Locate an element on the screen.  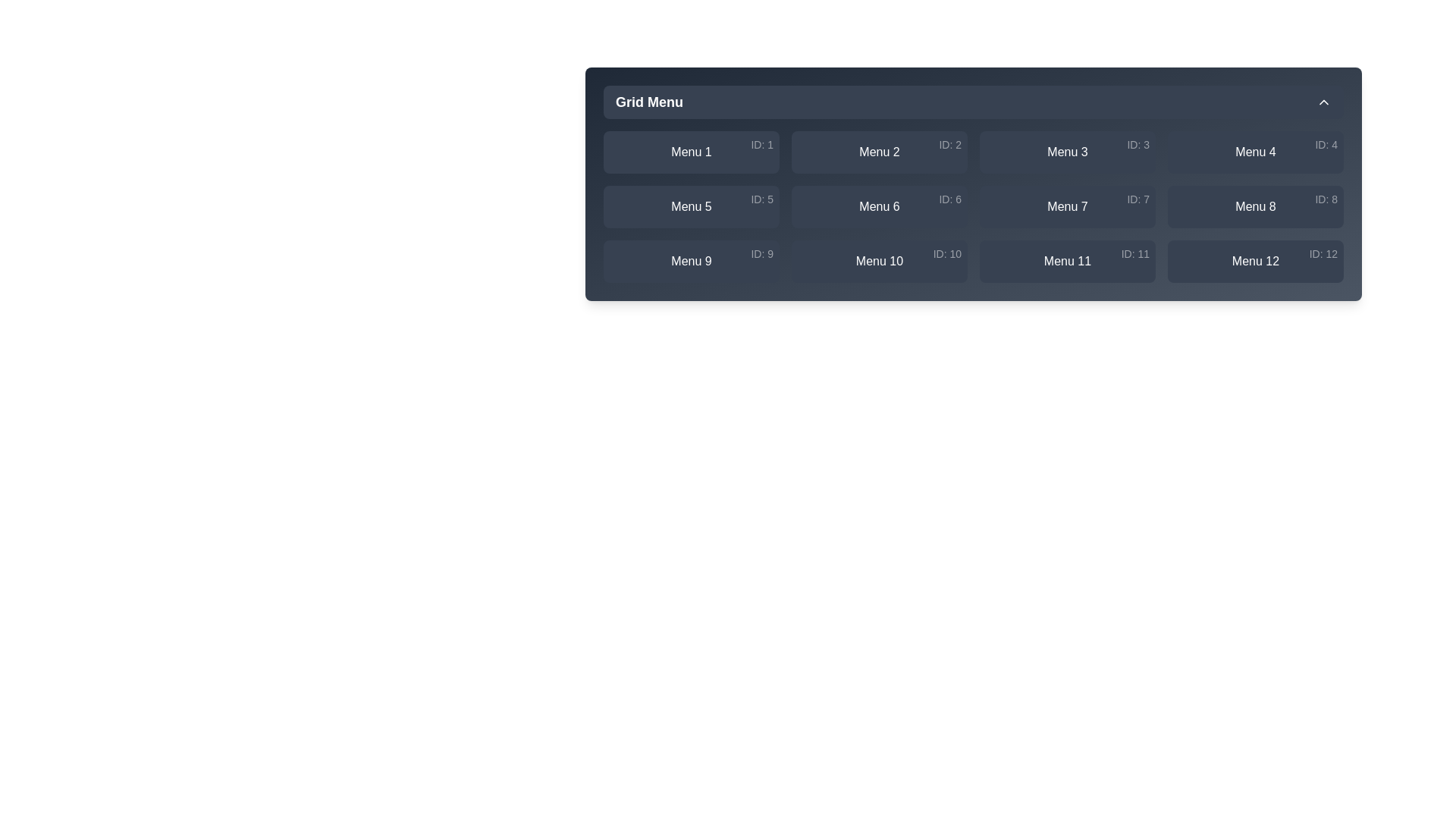
the 'Grid Menu' button to toggle the menu open or closed is located at coordinates (973, 102).